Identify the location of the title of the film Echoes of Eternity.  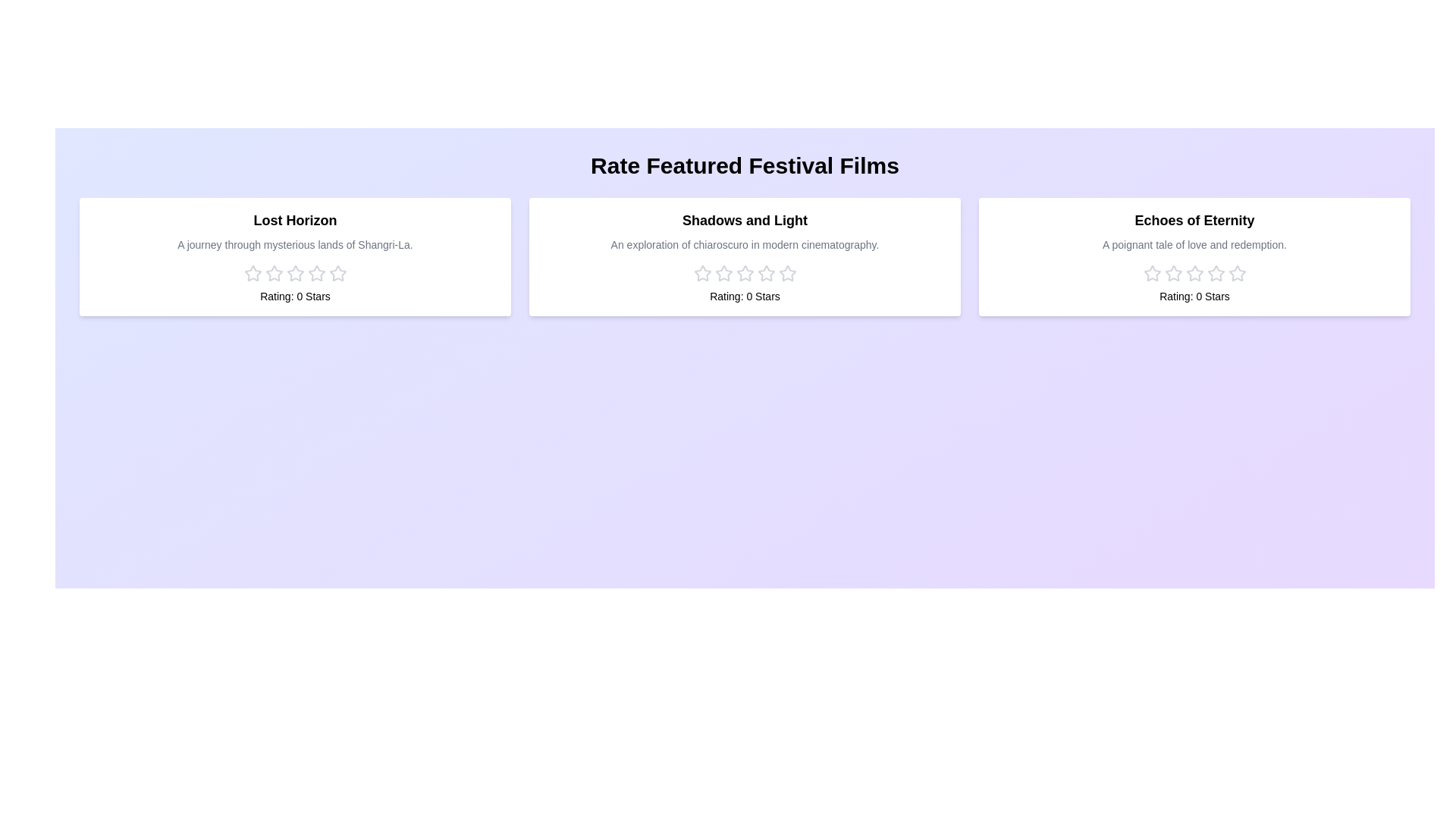
(1194, 220).